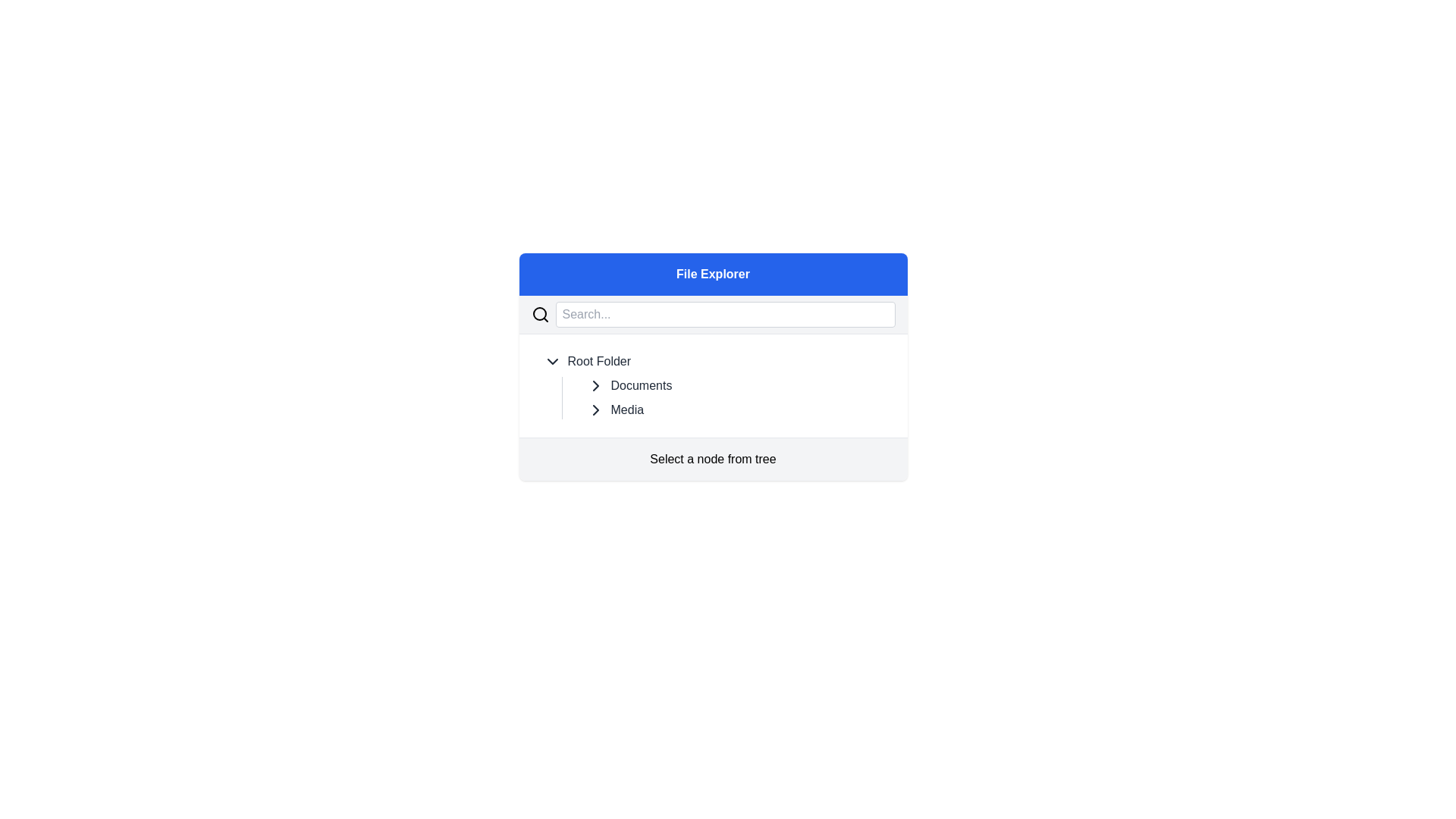 The height and width of the screenshot is (819, 1456). I want to click on the 'Media' collapsible list item in the navigation tree, so click(741, 409).